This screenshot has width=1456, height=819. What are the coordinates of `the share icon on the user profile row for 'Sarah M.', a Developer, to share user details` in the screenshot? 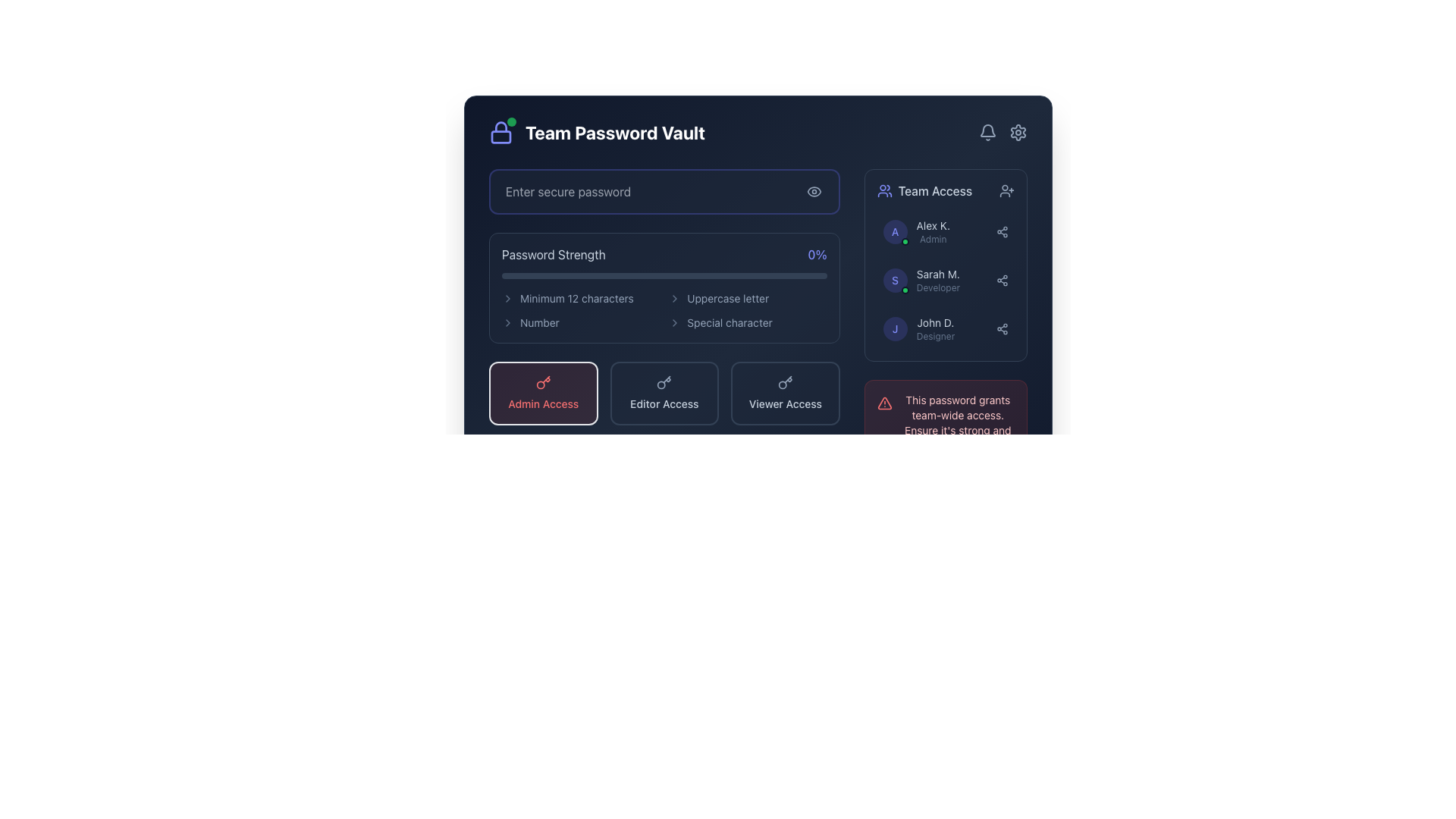 It's located at (945, 281).